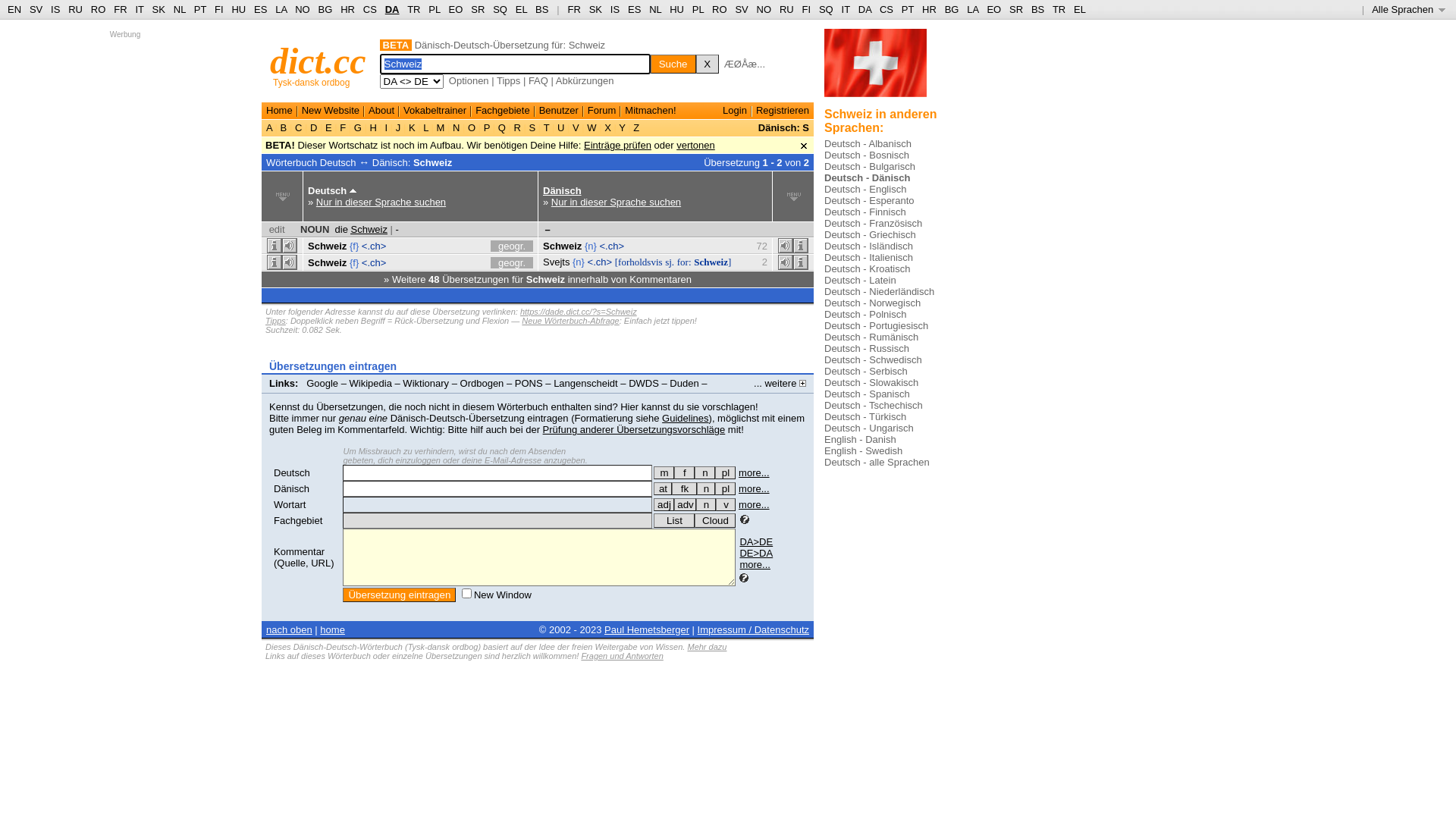 The image size is (1456, 819). I want to click on 'Schweiz]', so click(711, 261).